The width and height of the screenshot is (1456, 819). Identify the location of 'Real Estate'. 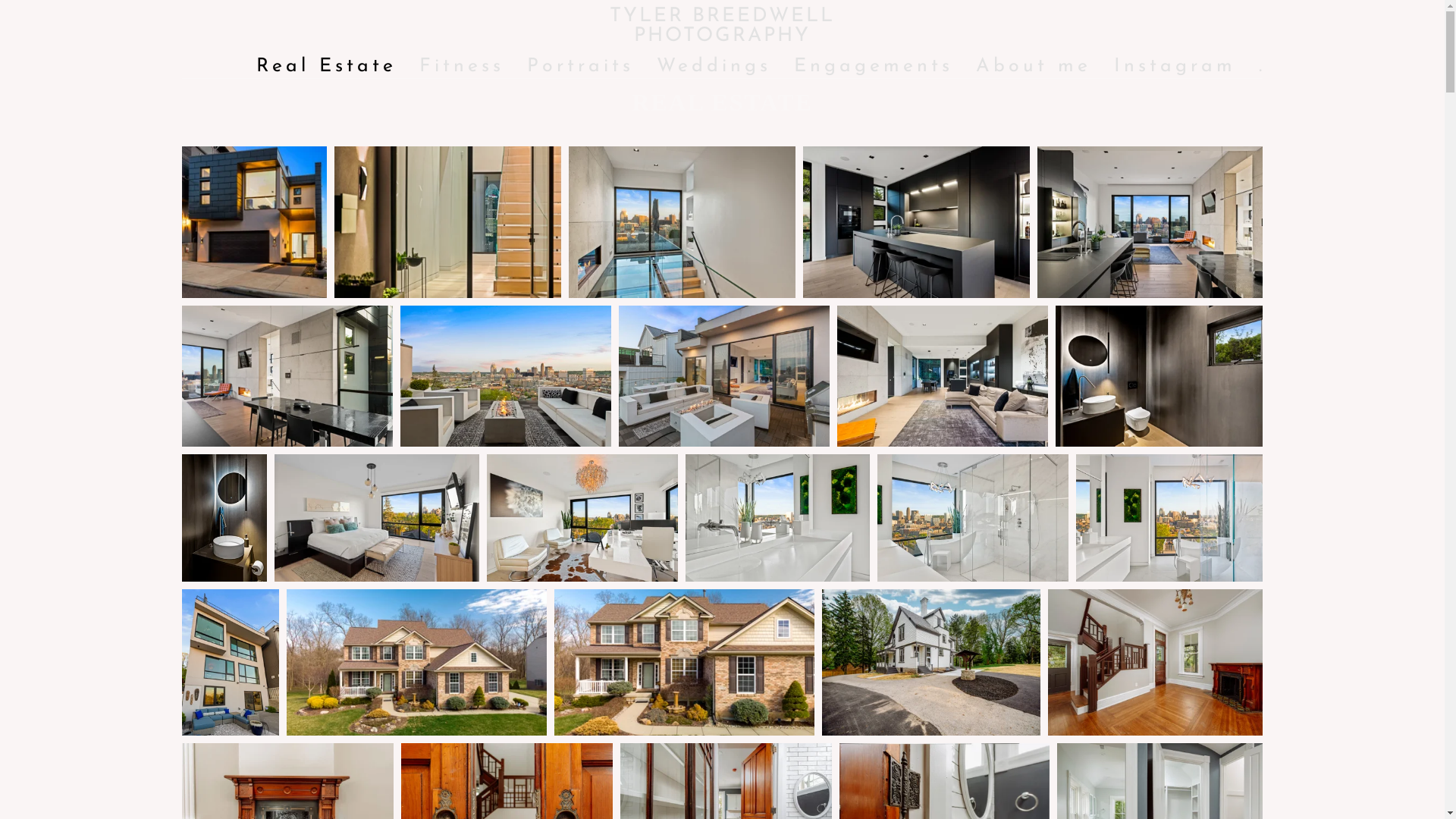
(325, 65).